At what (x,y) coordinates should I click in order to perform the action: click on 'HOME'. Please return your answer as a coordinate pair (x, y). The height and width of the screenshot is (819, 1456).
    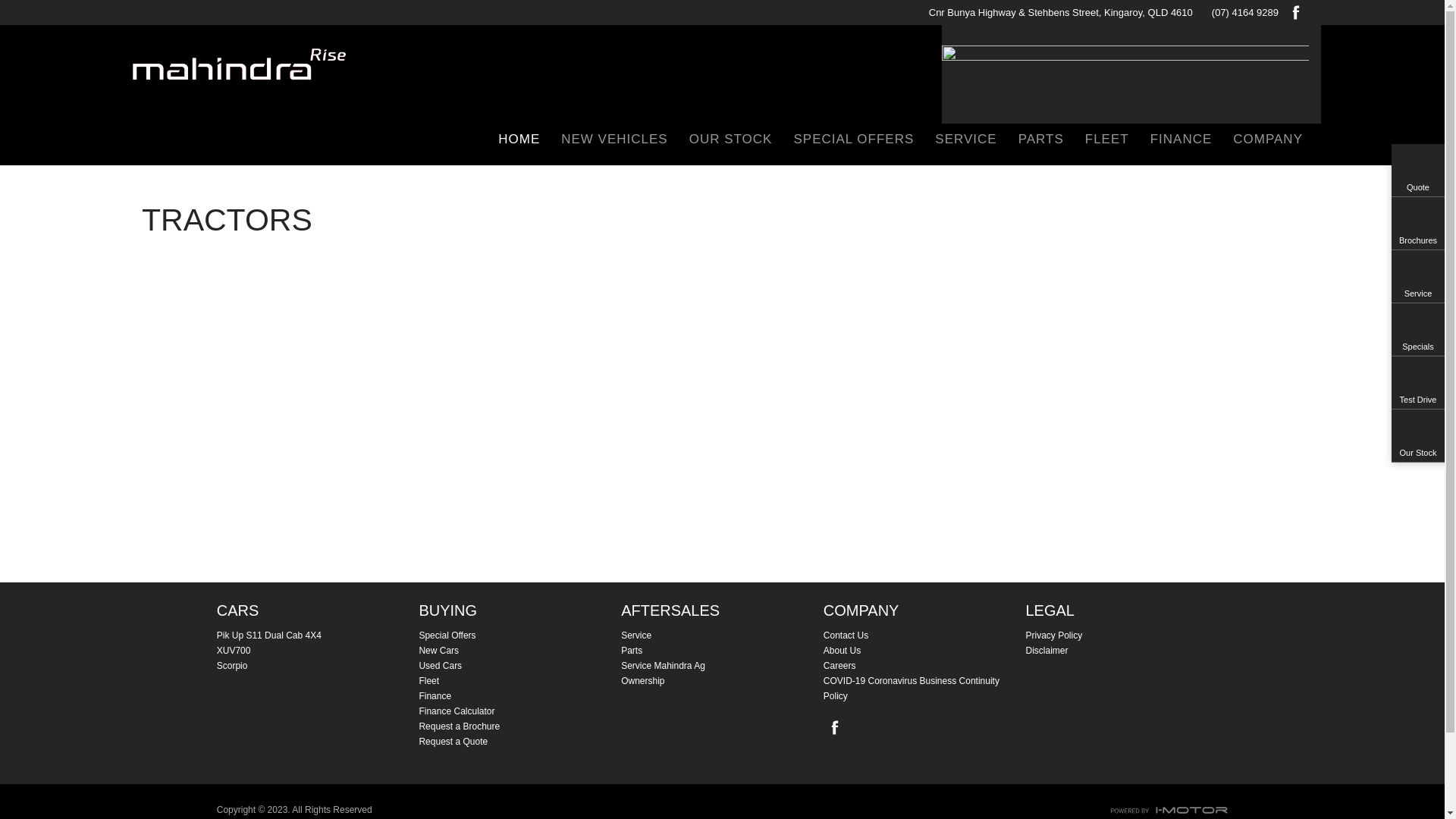
    Looking at the image, I should click on (519, 140).